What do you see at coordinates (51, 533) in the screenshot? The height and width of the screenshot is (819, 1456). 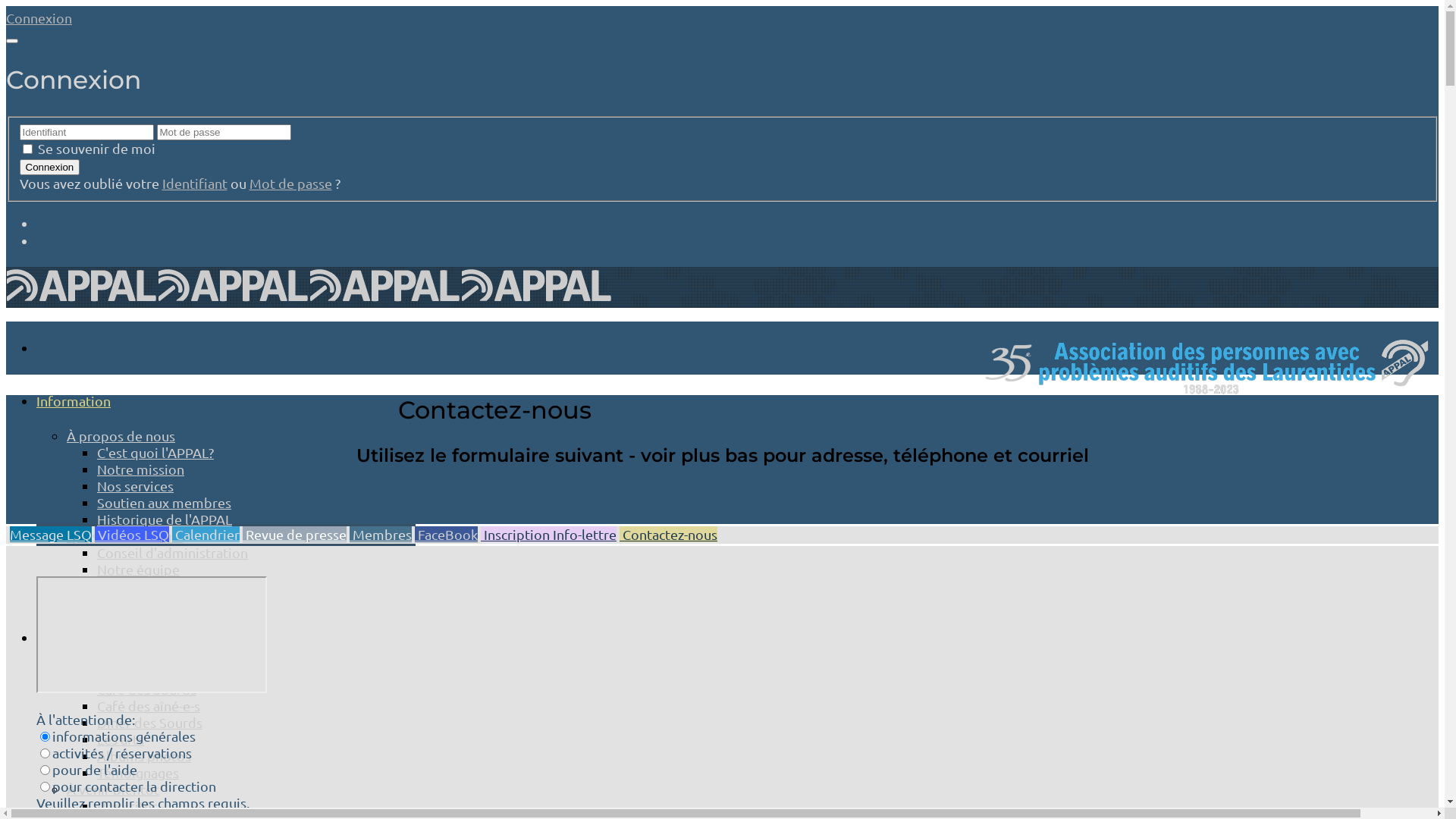 I see `'Message LSQ'` at bounding box center [51, 533].